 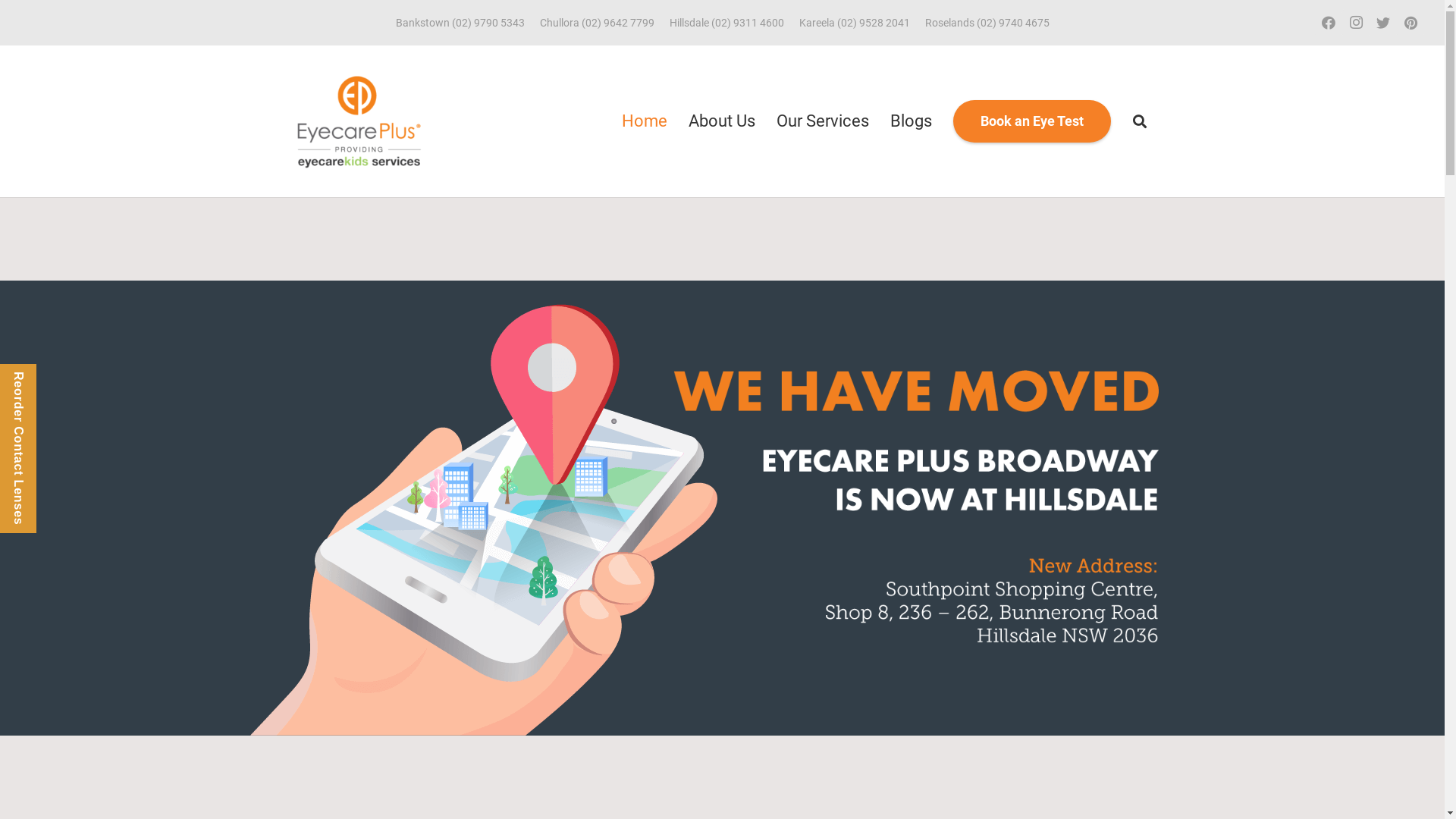 What do you see at coordinates (821, 120) in the screenshot?
I see `'Our Services'` at bounding box center [821, 120].